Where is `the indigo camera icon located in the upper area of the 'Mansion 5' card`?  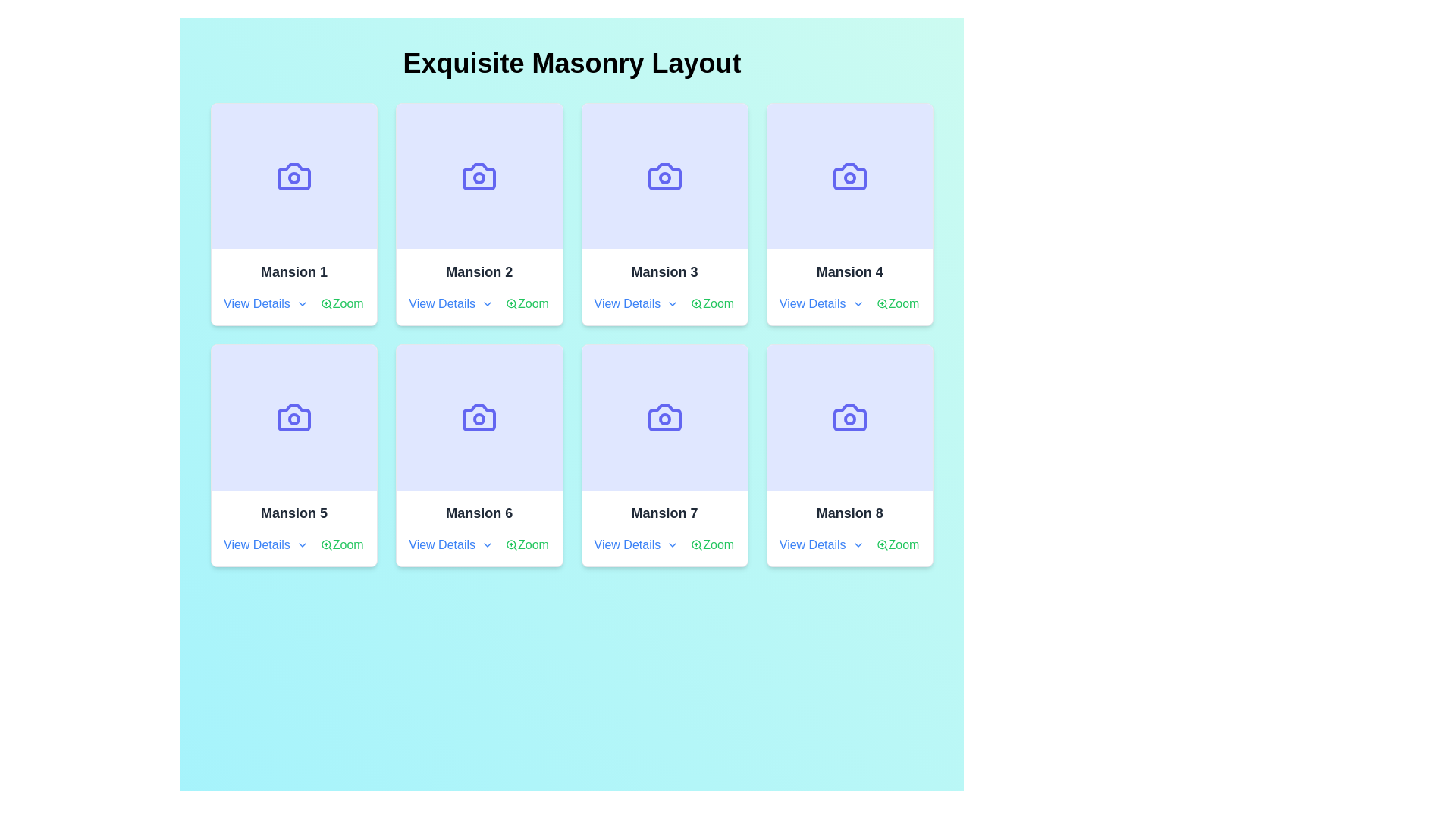 the indigo camera icon located in the upper area of the 'Mansion 5' card is located at coordinates (294, 418).